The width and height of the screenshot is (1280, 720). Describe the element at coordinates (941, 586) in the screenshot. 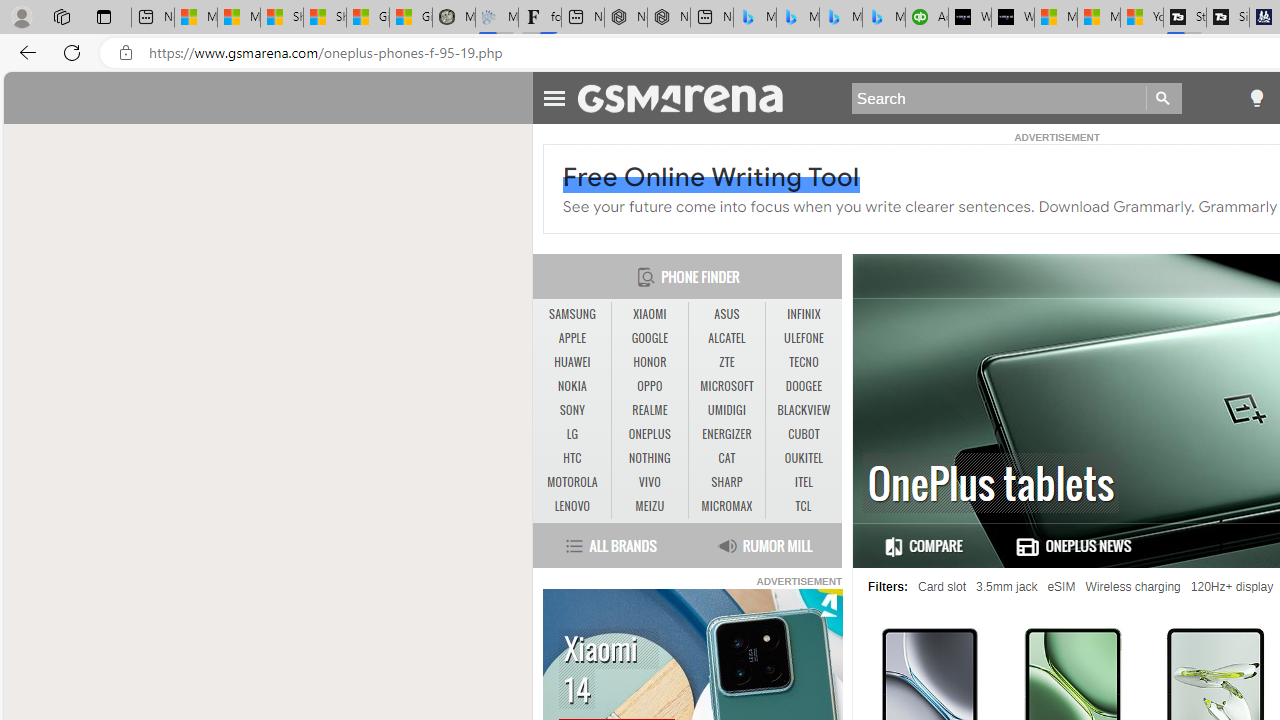

I see `'Card slot'` at that location.